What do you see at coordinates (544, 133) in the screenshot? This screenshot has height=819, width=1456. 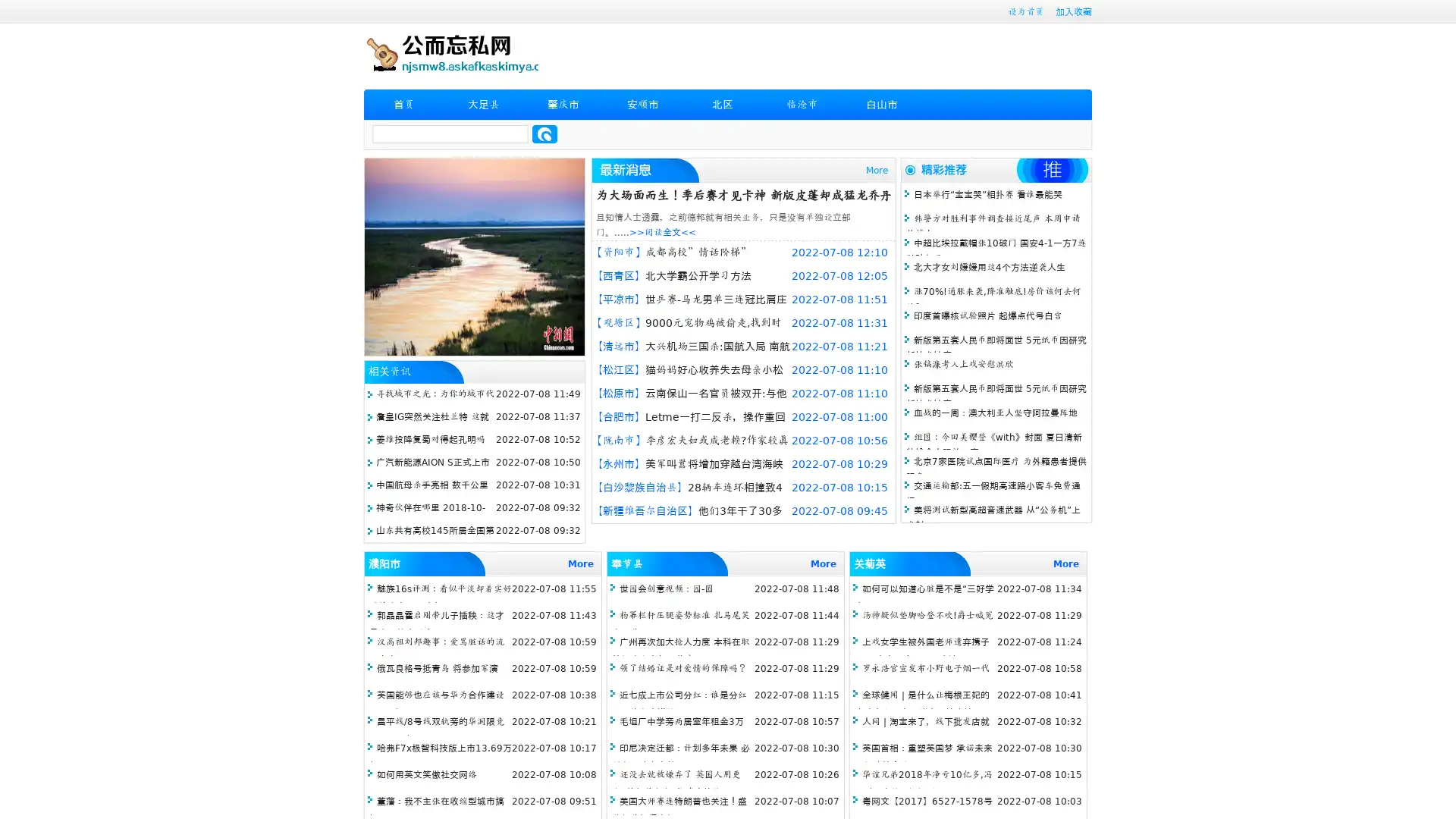 I see `Search` at bounding box center [544, 133].